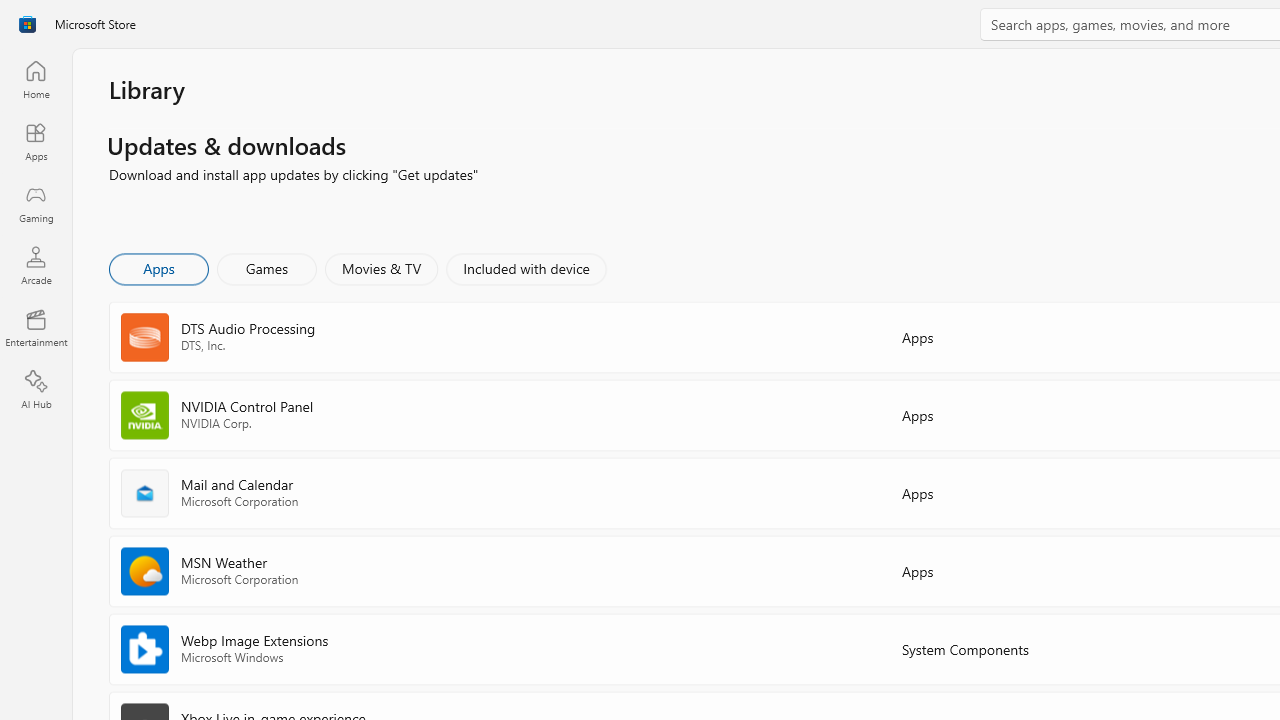 This screenshot has width=1280, height=720. I want to click on 'Movies & TV', so click(381, 267).